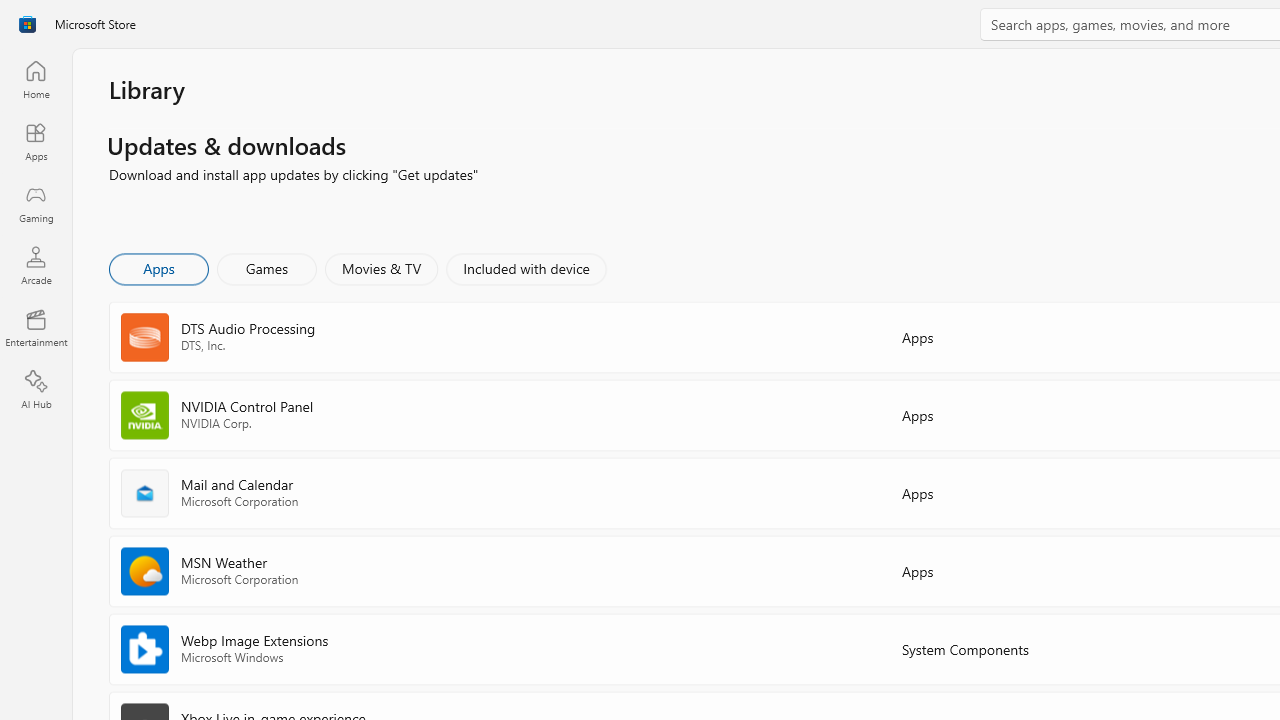 This screenshot has width=1280, height=720. I want to click on 'Movies & TV', so click(381, 267).